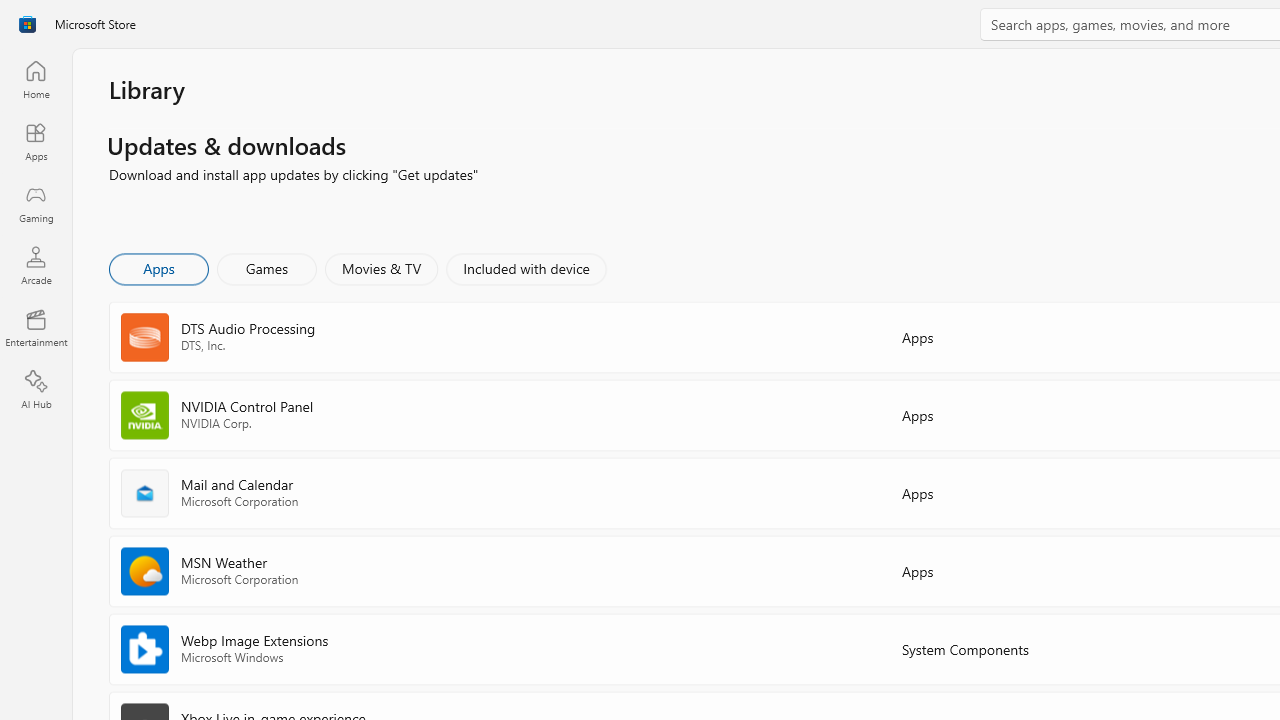 This screenshot has width=1280, height=720. I want to click on 'Movies & TV', so click(381, 267).